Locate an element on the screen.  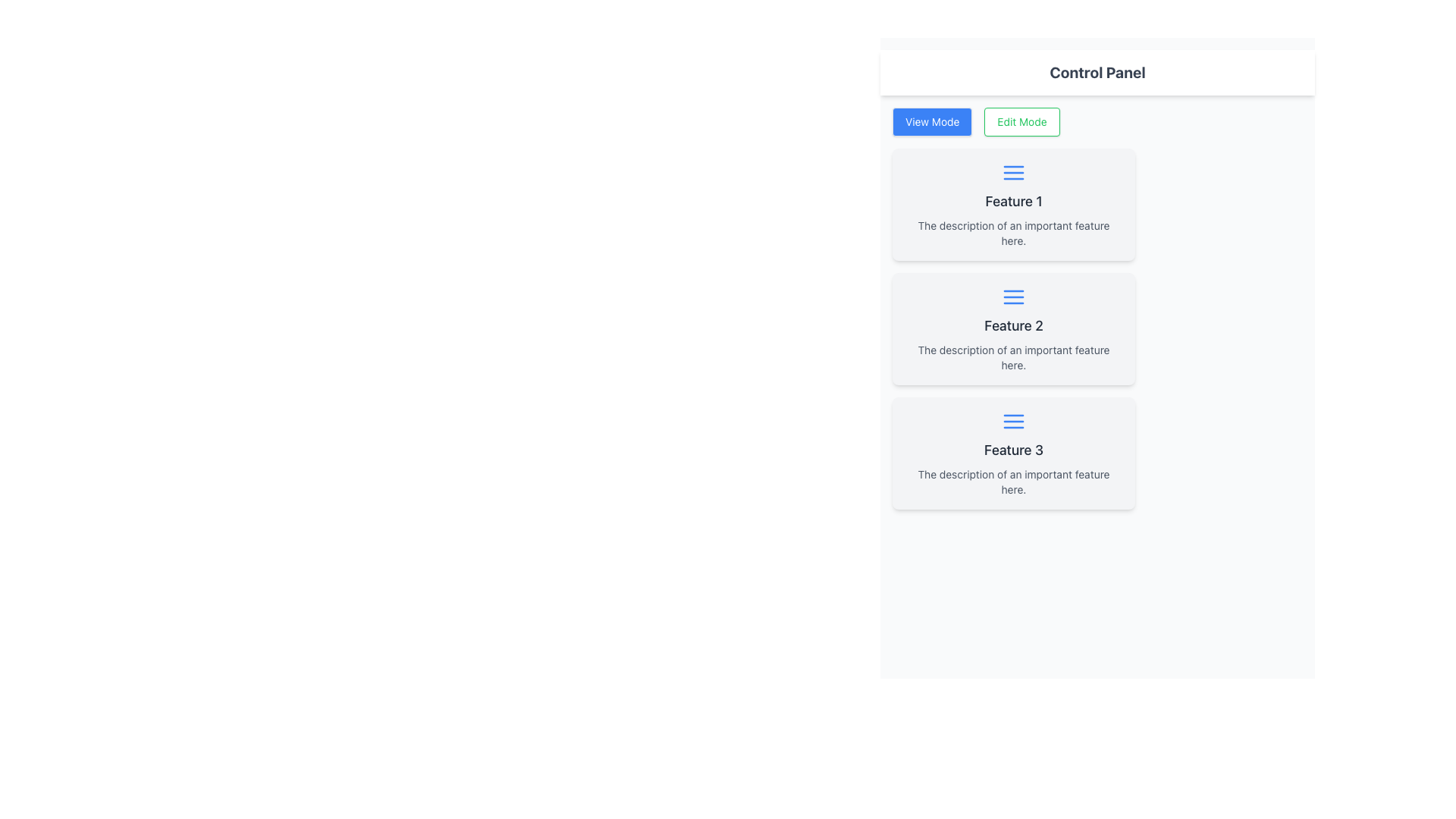
the text component displaying 'Feature 3' in bold, medium-gray color, located within a card interface, underneath an icon and above descriptive text is located at coordinates (1014, 450).